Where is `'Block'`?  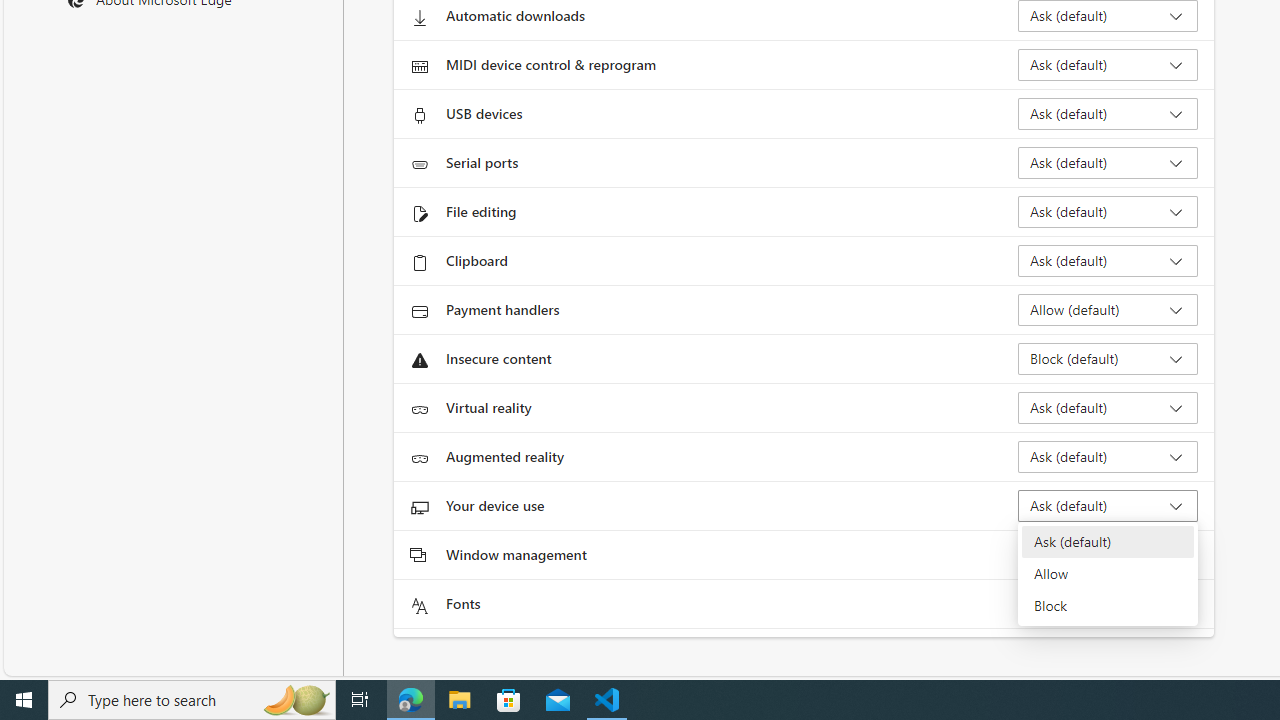 'Block' is located at coordinates (1106, 604).